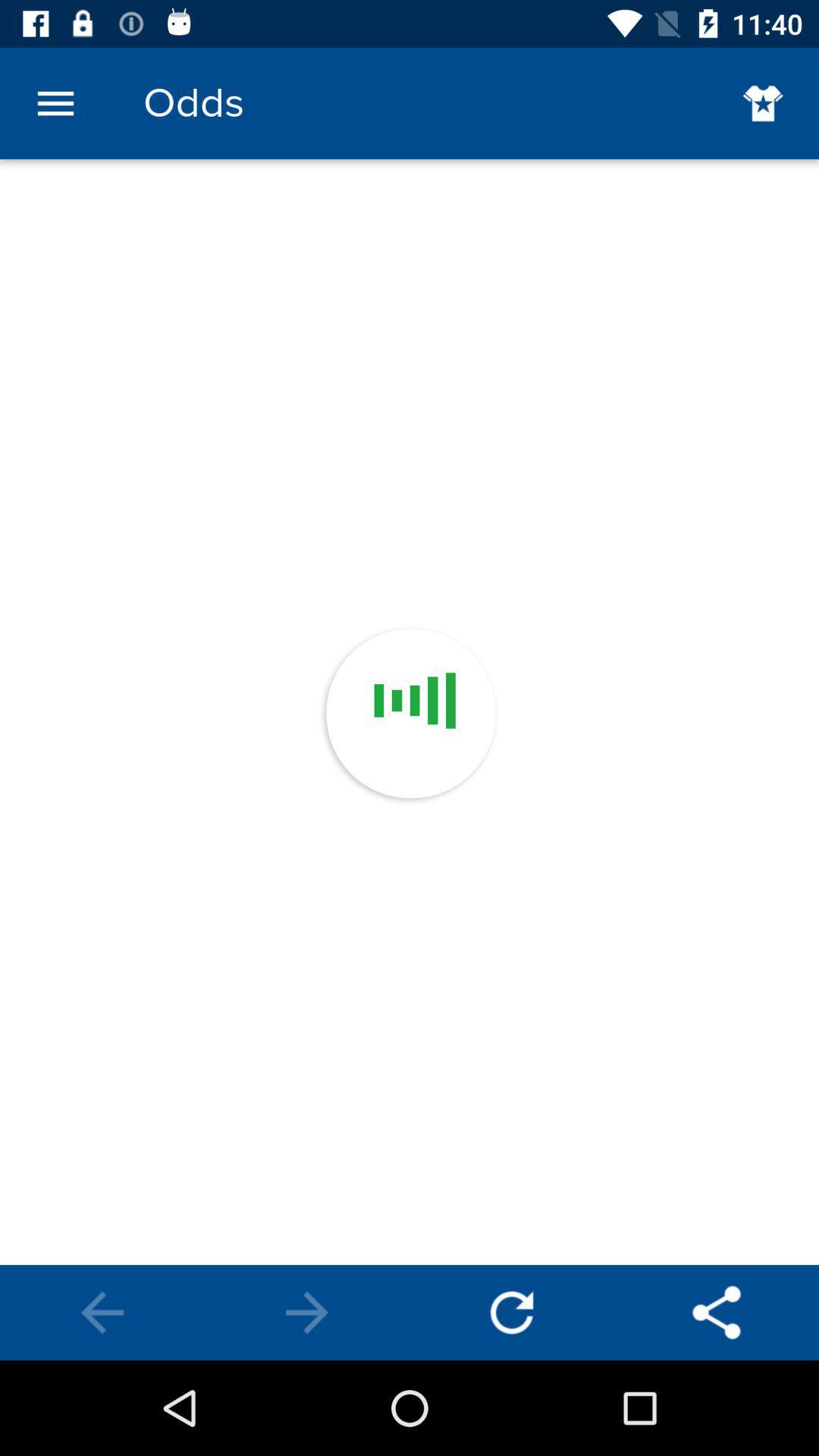  Describe the element at coordinates (717, 1312) in the screenshot. I see `share` at that location.